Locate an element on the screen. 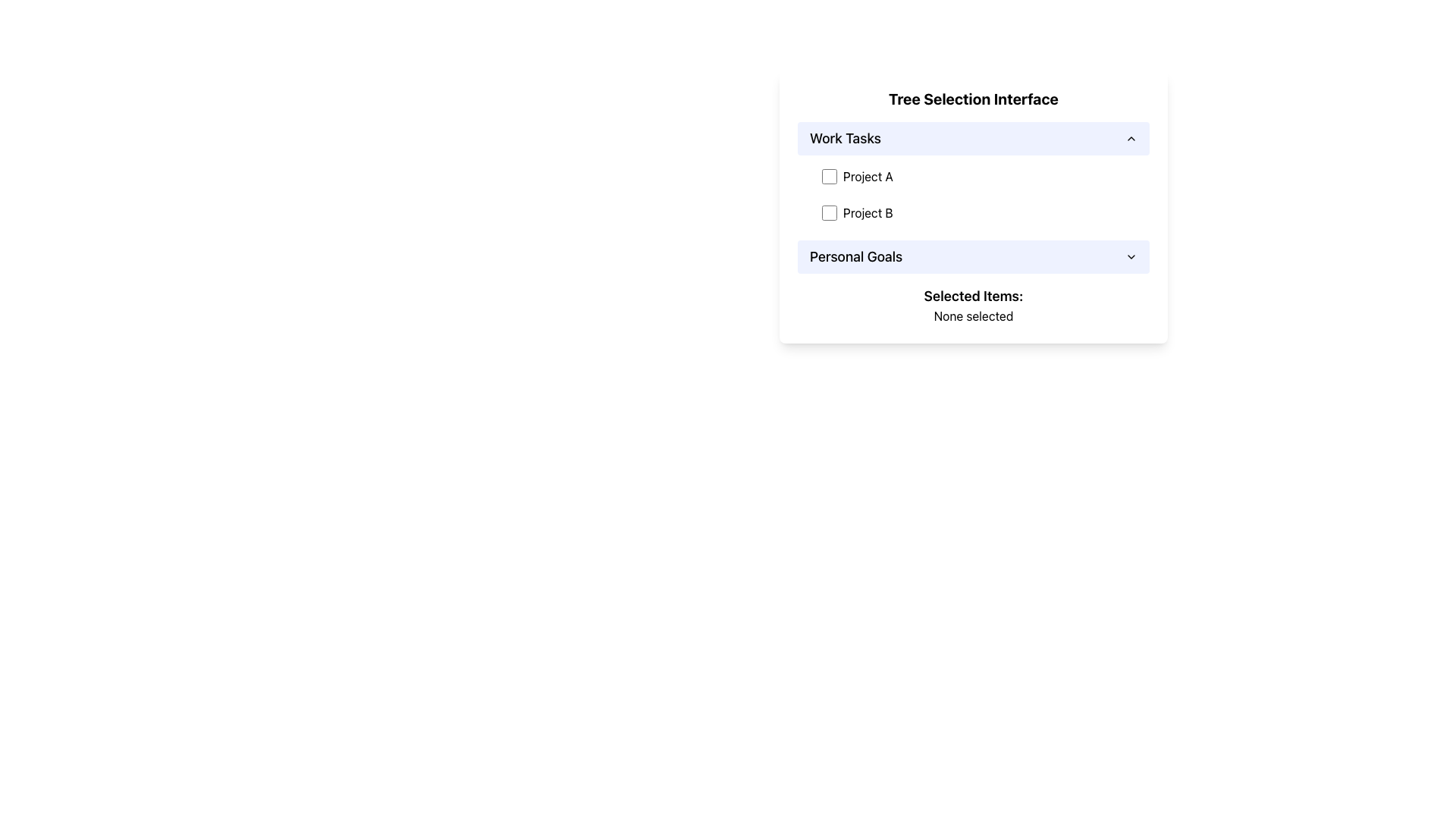 This screenshot has width=1456, height=819. the unselected checkbox located to the left of the text 'Project A' in the 'Work Tasks' section is located at coordinates (829, 175).